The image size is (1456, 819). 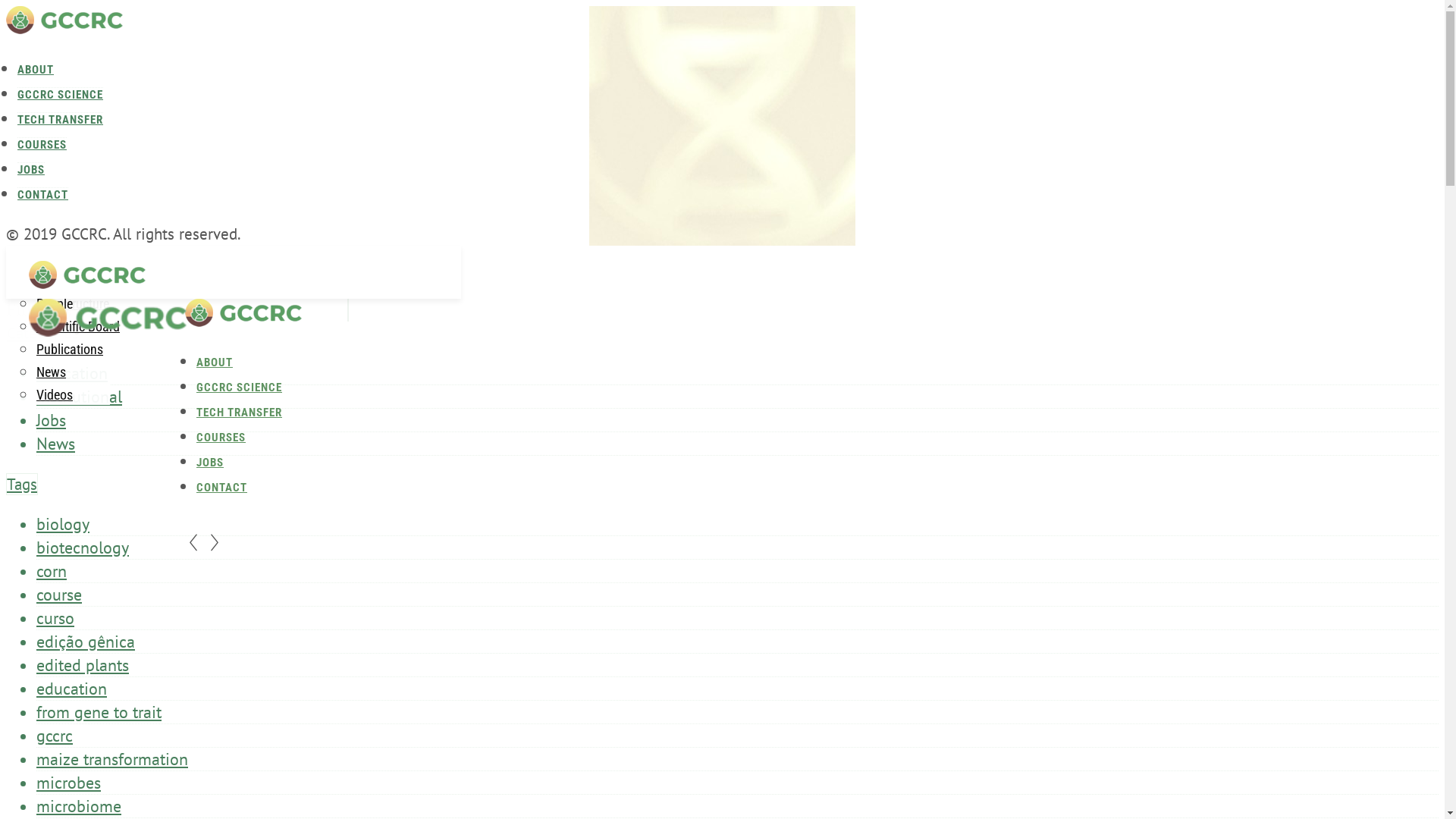 I want to click on 'ABOUT', so click(x=36, y=70).